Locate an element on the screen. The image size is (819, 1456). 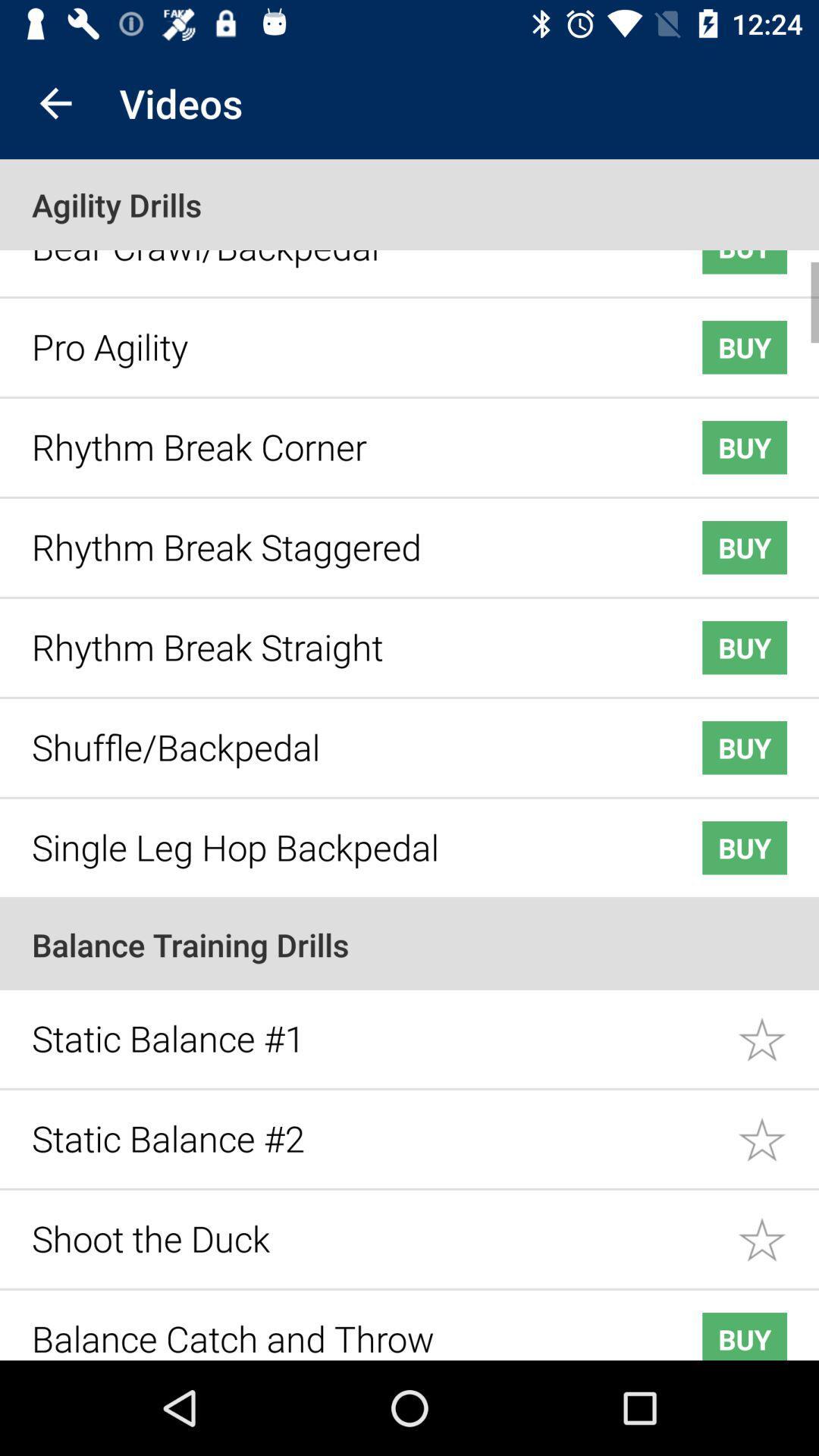
the icon next to buy icon is located at coordinates (343, 255).